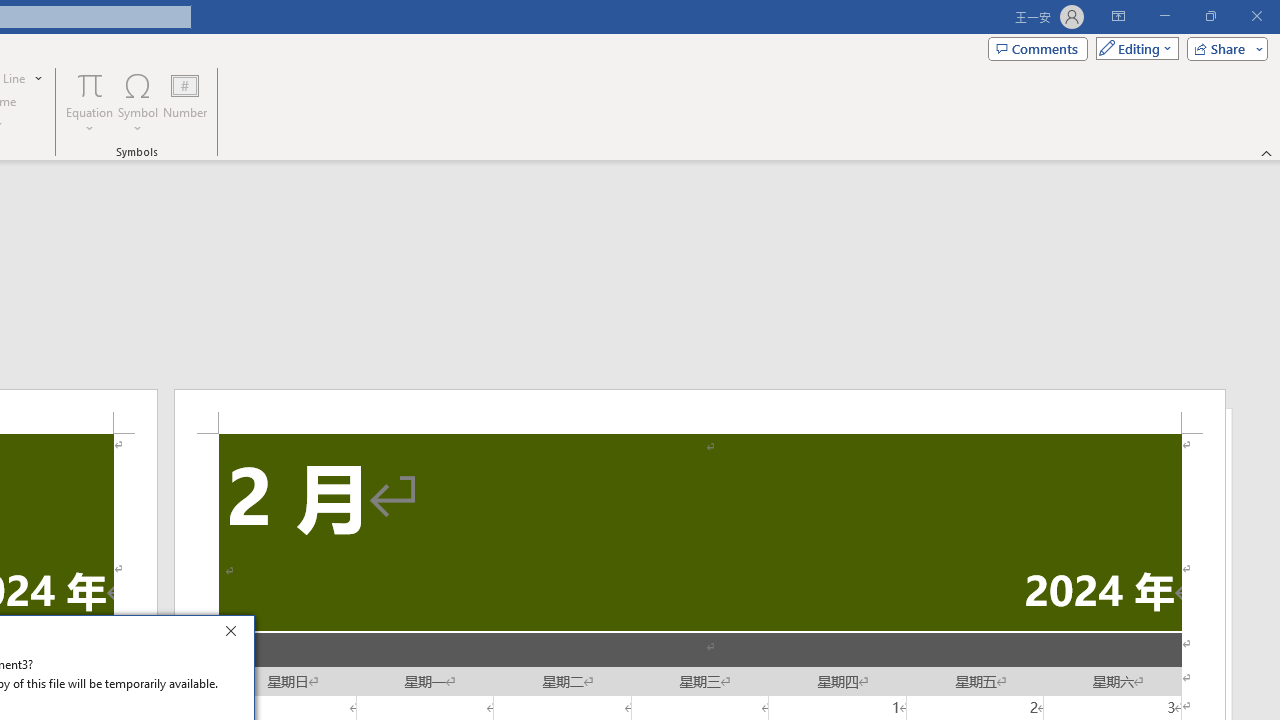 This screenshot has width=1280, height=720. I want to click on 'Comments', so click(1038, 47).